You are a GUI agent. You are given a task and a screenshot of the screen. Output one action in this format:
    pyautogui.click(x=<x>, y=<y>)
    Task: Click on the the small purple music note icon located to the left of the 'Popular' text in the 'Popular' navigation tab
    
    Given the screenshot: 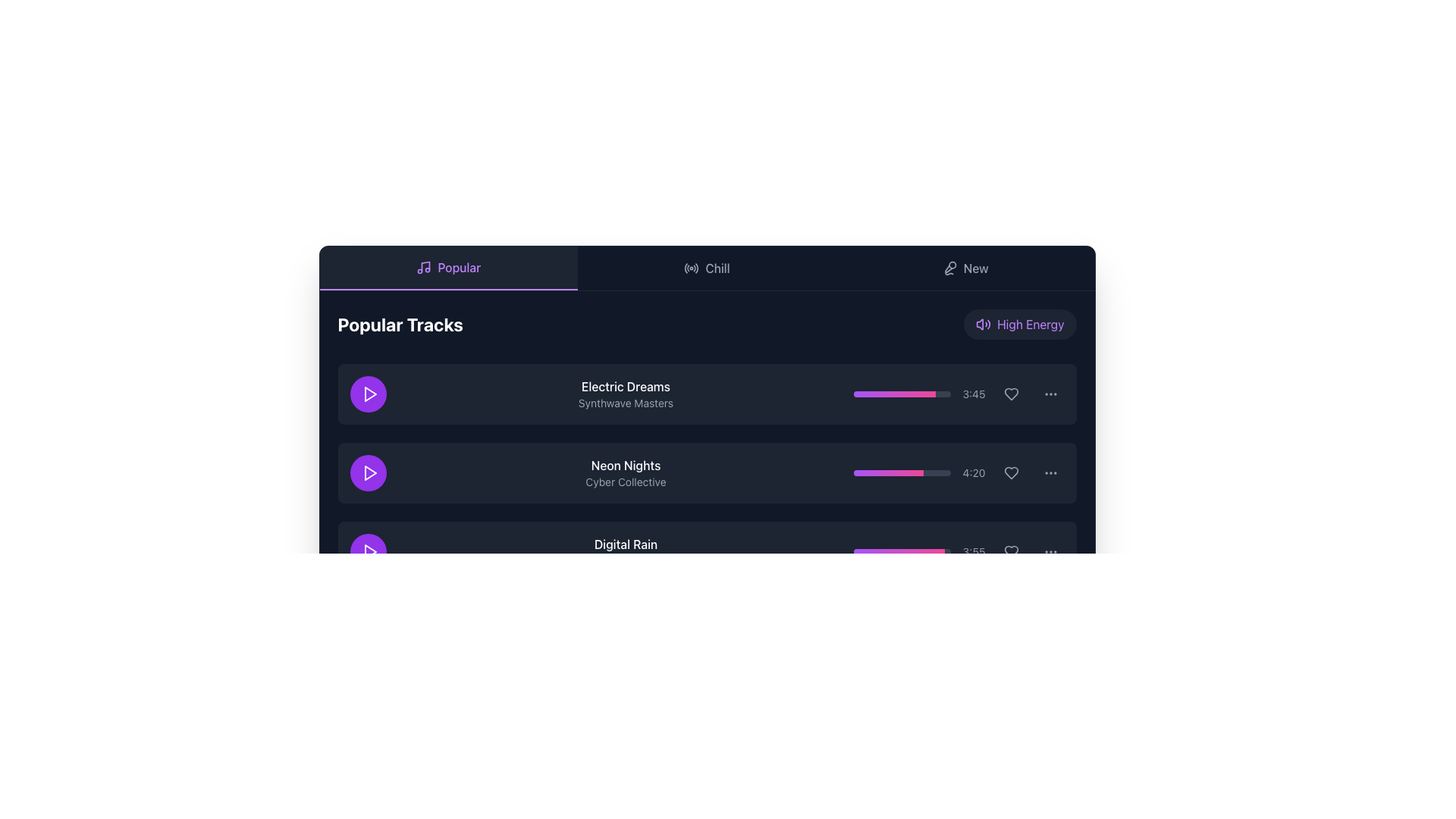 What is the action you would take?
    pyautogui.click(x=424, y=267)
    